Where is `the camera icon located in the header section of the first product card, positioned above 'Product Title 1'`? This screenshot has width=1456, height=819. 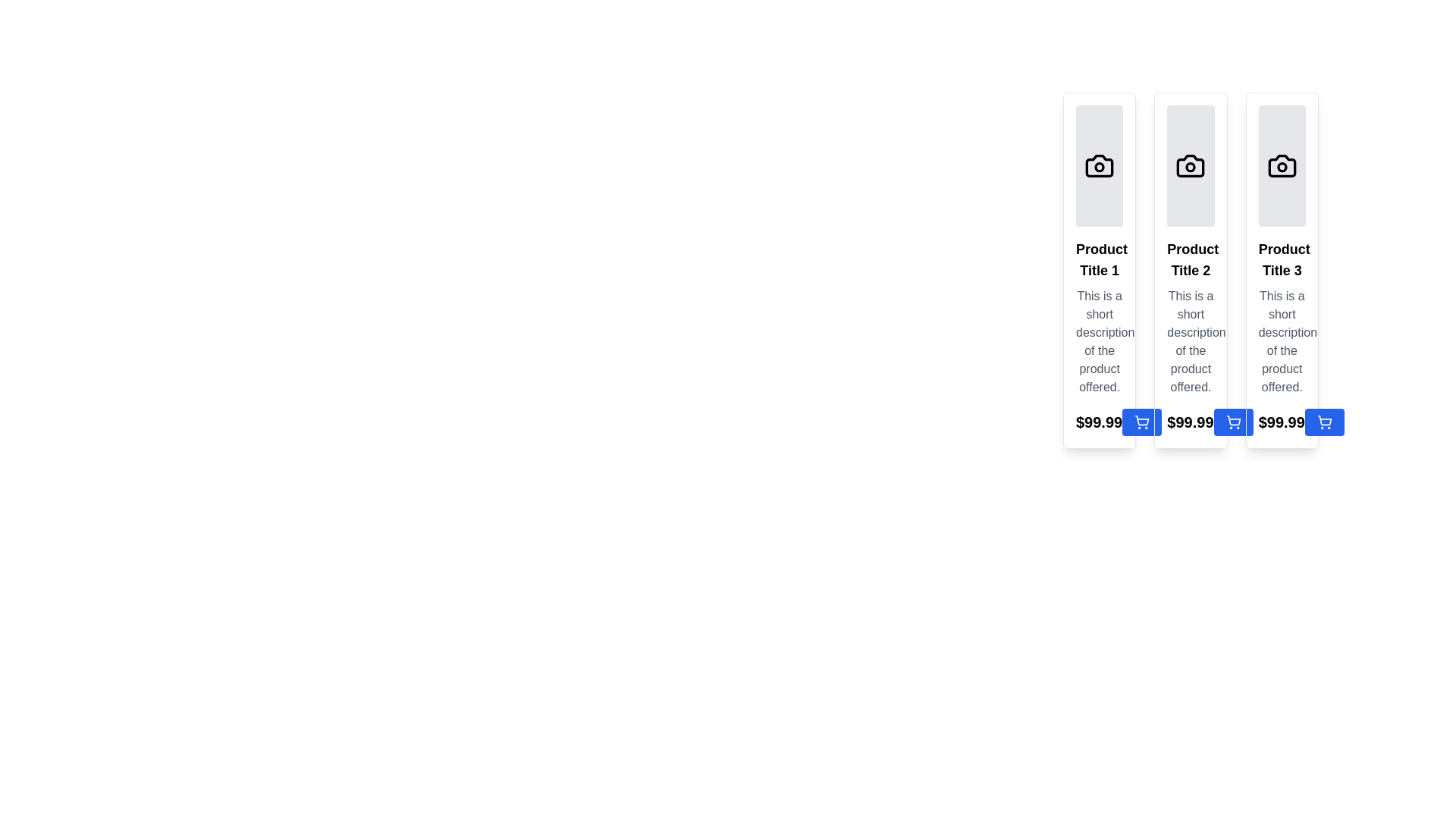 the camera icon located in the header section of the first product card, positioned above 'Product Title 1' is located at coordinates (1100, 166).